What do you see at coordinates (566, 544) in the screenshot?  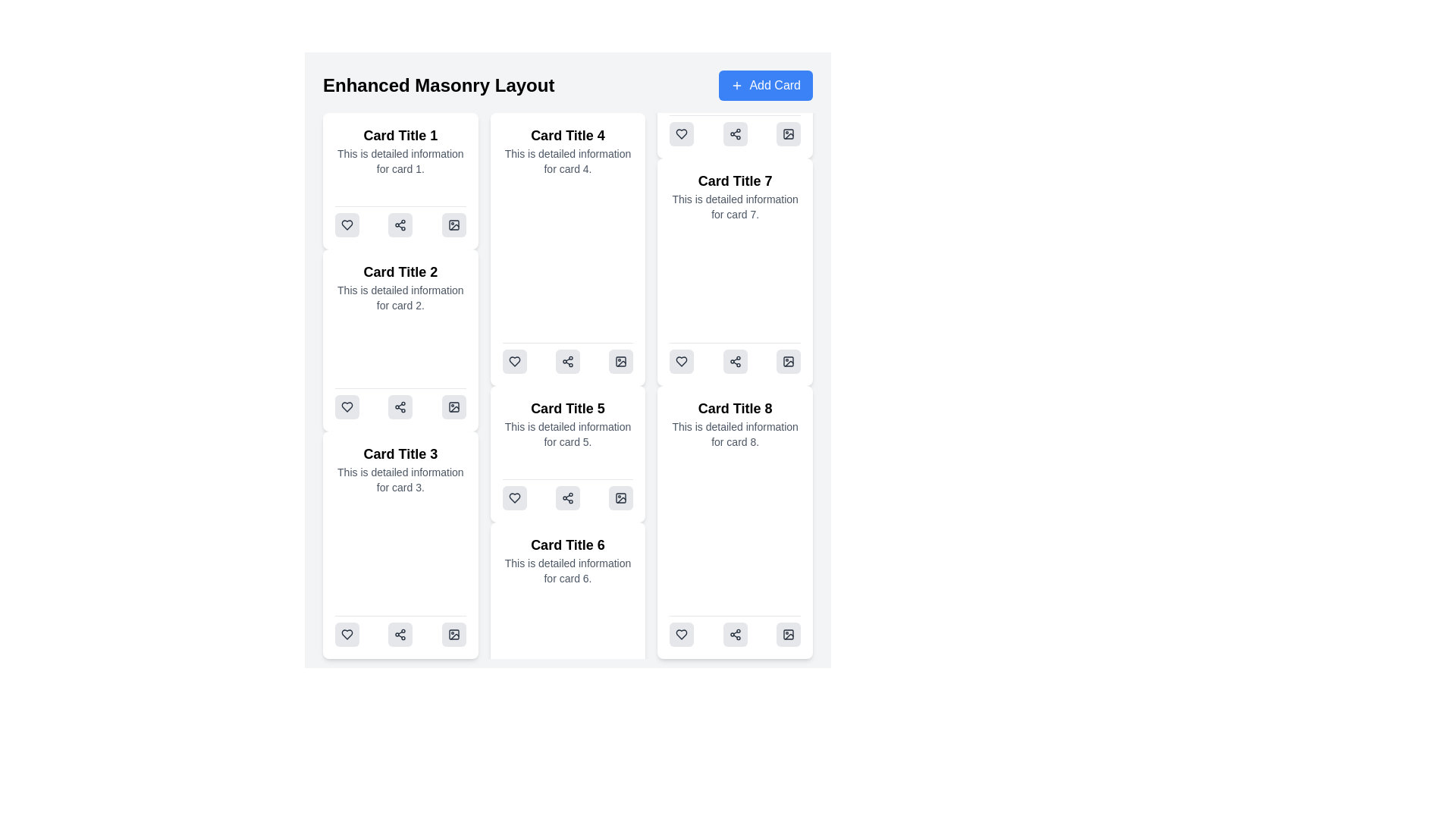 I see `the Text Label element that serves as the title for 'Card Title 6', which is located in the middle column of the grid layout` at bounding box center [566, 544].